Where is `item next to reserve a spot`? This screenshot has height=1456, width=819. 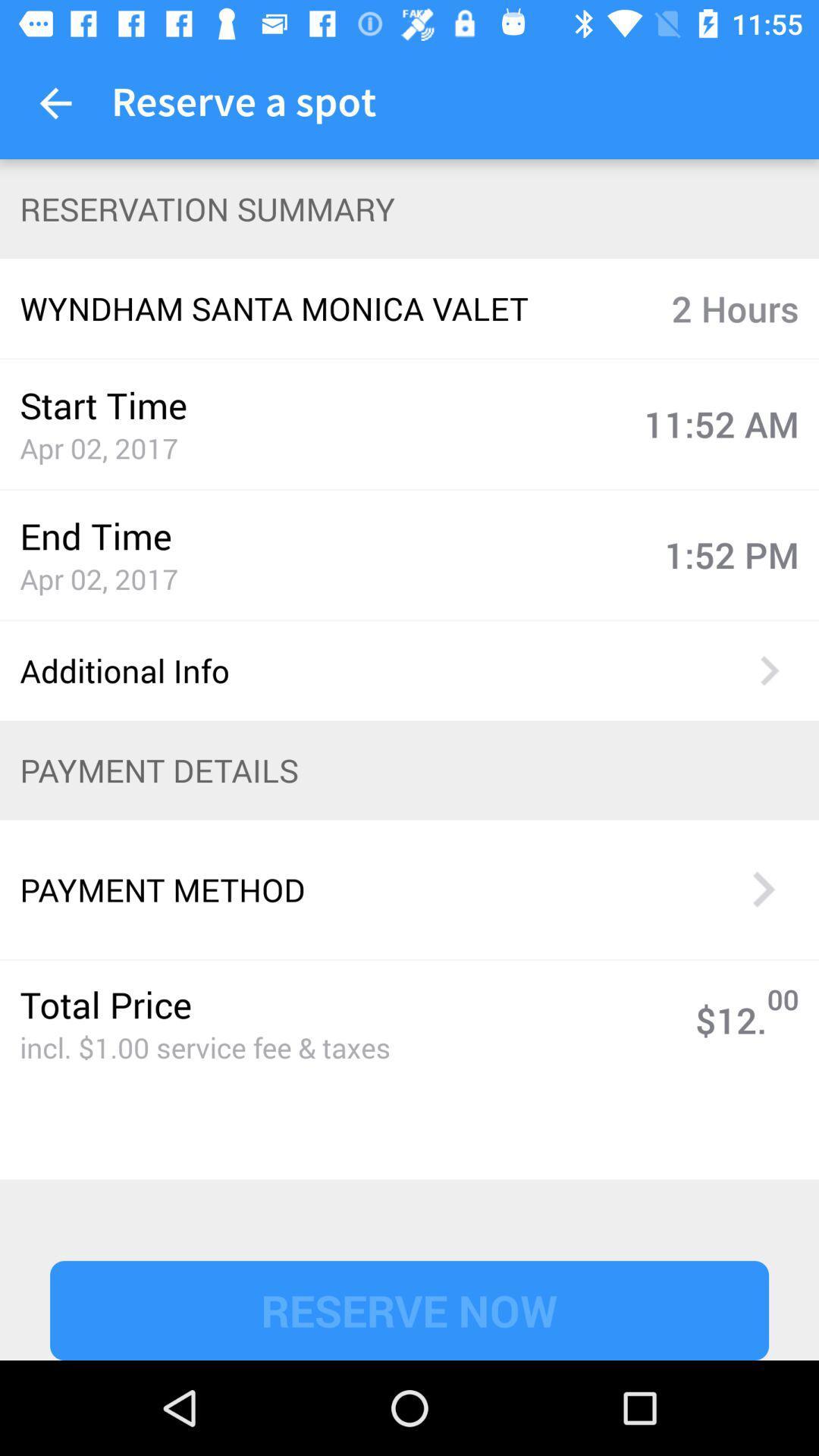
item next to reserve a spot is located at coordinates (55, 102).